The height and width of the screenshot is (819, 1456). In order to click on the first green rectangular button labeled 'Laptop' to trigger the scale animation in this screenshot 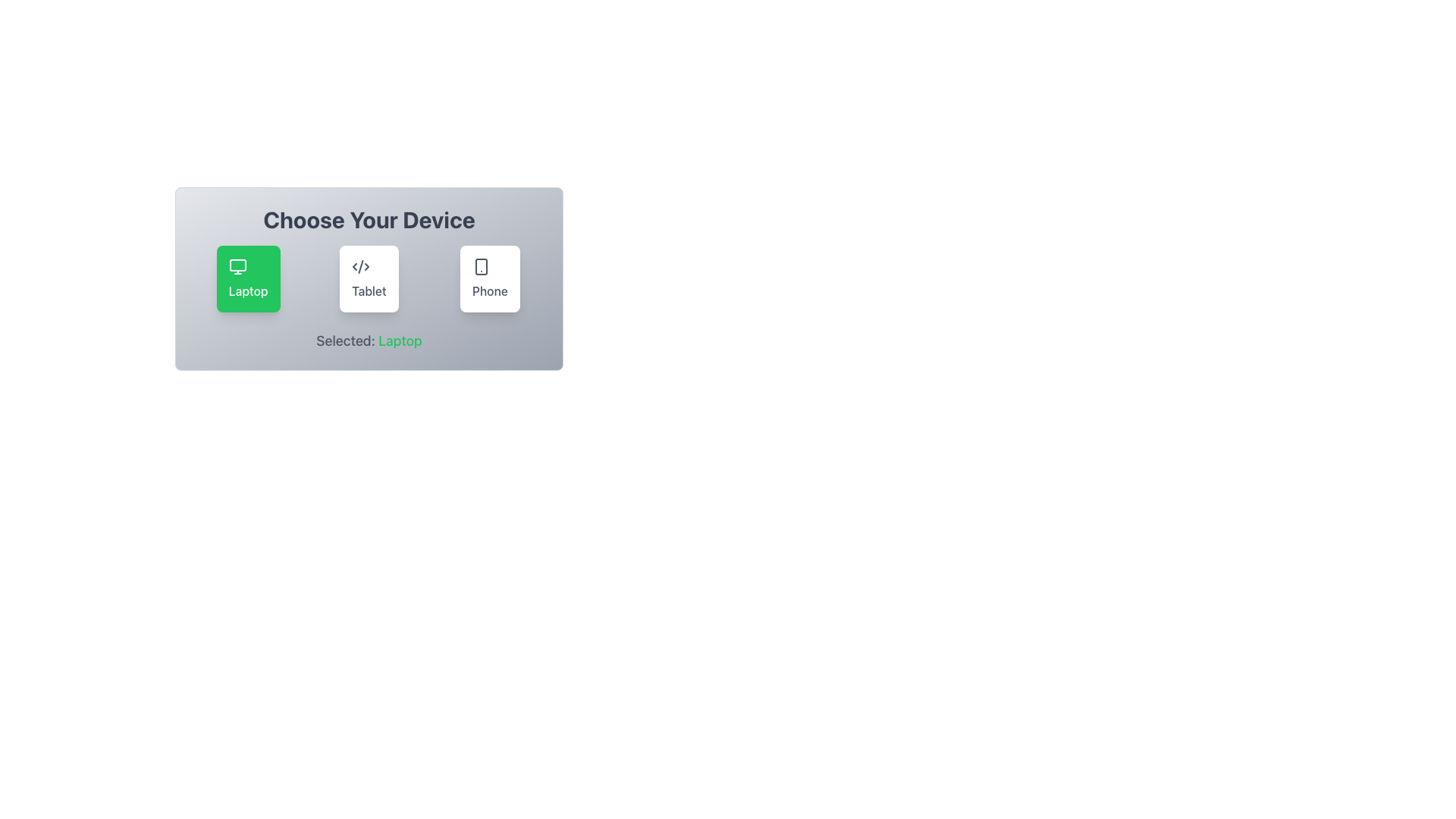, I will do `click(248, 278)`.